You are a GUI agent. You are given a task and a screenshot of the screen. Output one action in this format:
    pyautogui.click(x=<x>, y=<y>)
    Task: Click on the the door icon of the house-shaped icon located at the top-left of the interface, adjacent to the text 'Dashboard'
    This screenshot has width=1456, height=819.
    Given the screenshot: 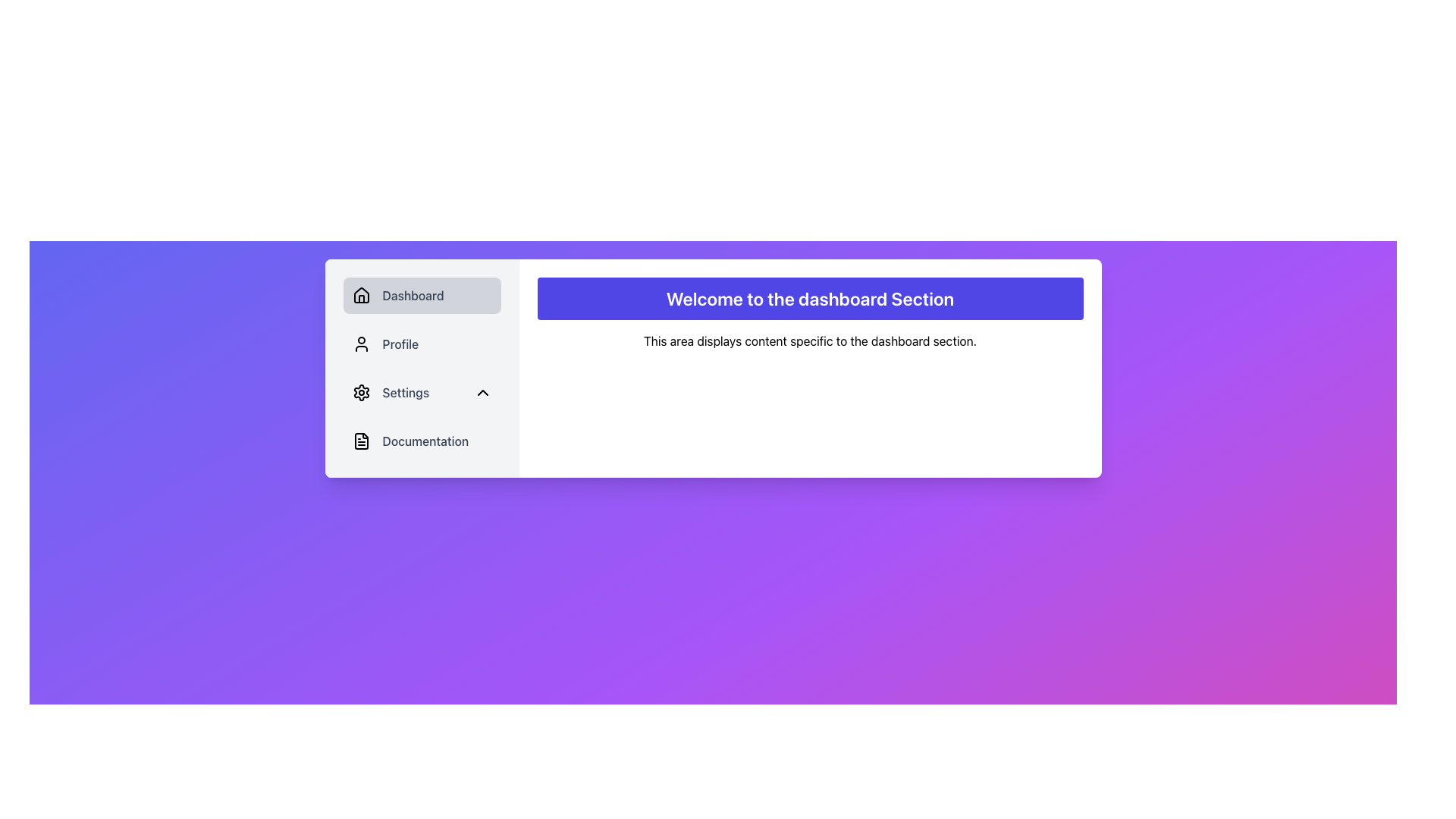 What is the action you would take?
    pyautogui.click(x=360, y=299)
    